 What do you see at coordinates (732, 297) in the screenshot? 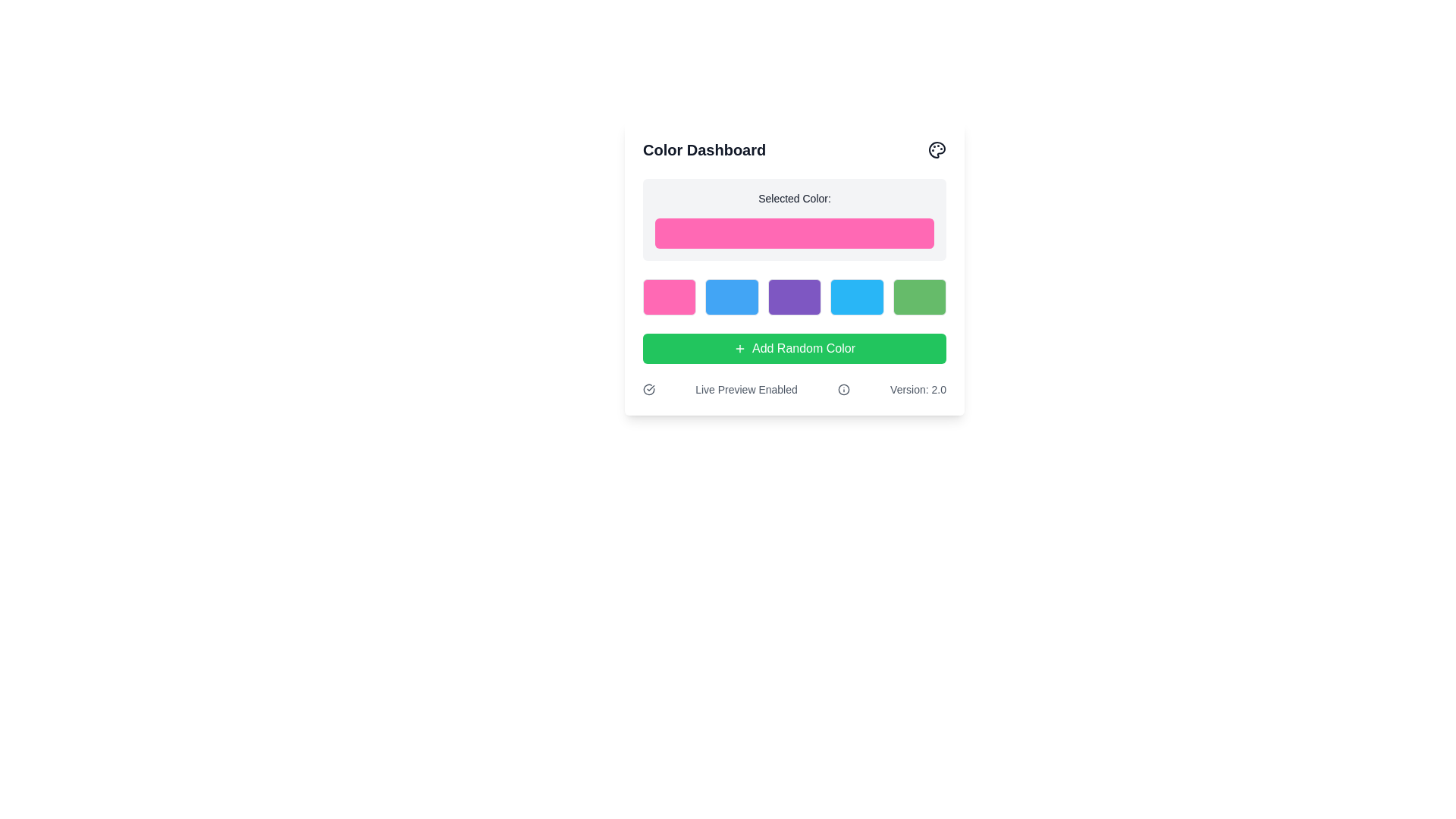
I see `the color selection button located as the second block in a grid layout, positioned between a pink block on the left and a purple block on the right` at bounding box center [732, 297].